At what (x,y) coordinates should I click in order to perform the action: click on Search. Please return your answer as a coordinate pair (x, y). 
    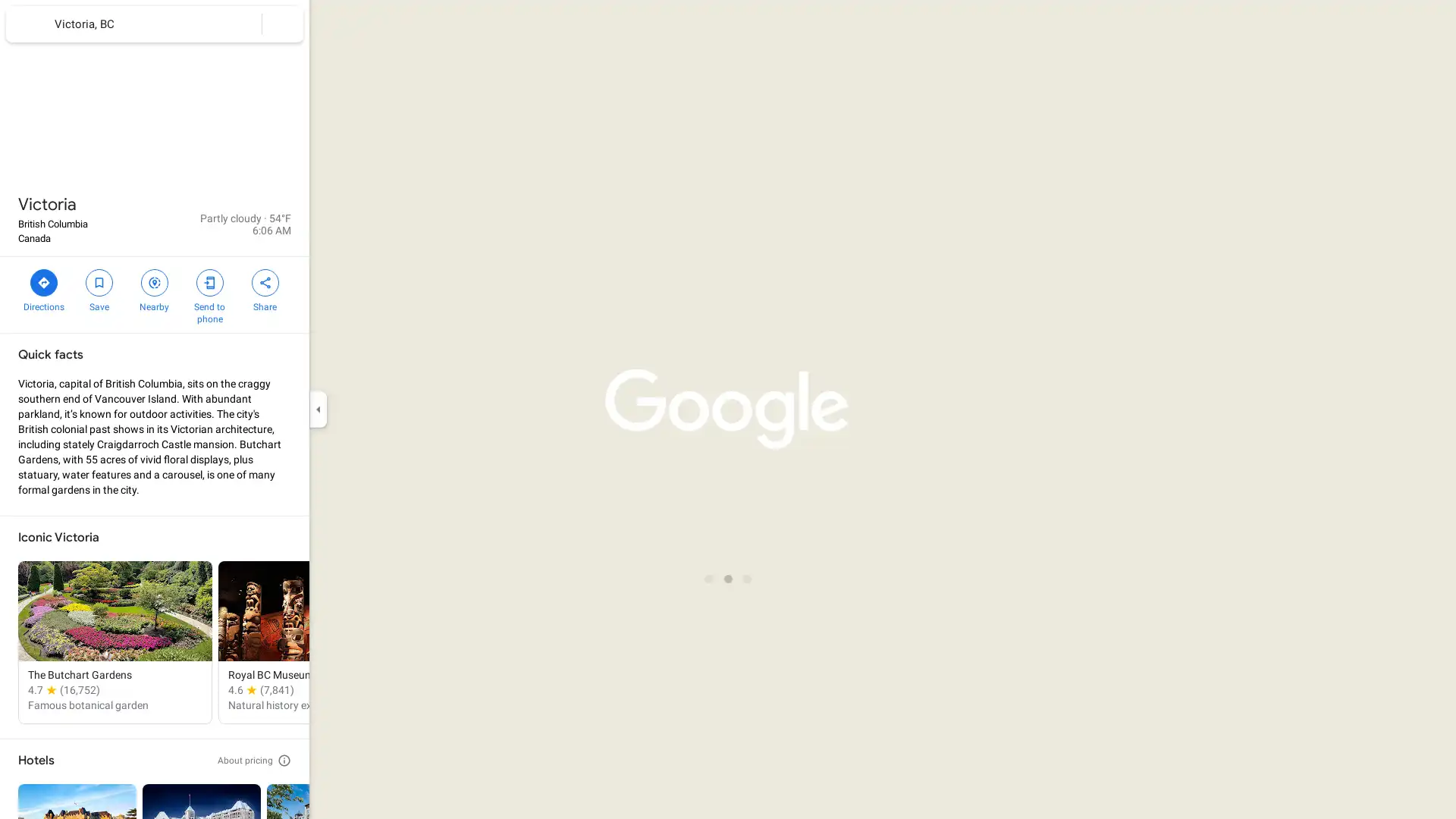
    Looking at the image, I should click on (240, 24).